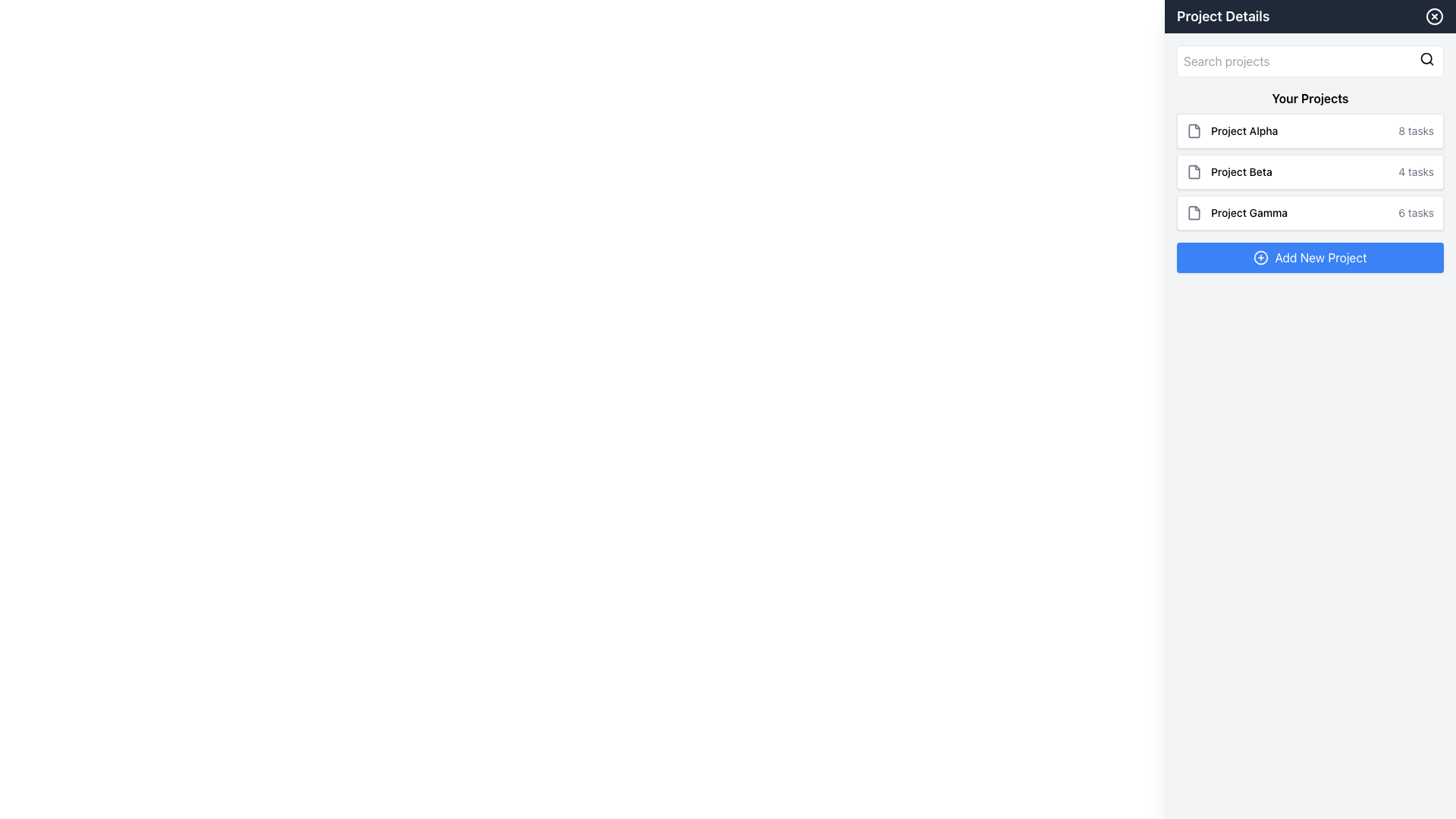  I want to click on the text label displaying 'Project Details' in bold white font at the top-right corner of the interface, so click(1223, 17).